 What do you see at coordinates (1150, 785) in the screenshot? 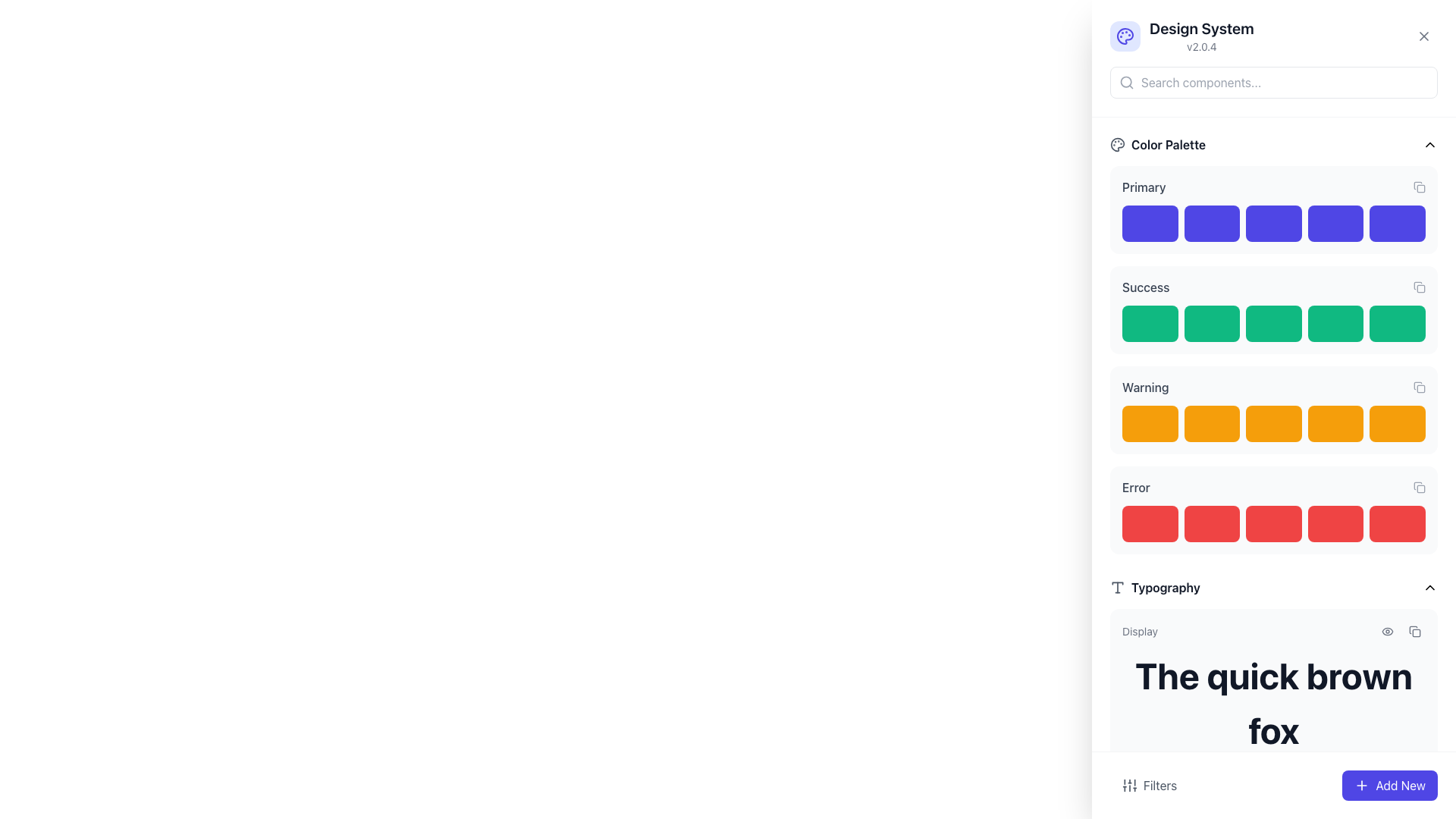
I see `the 'Filters' button with vertical sliders icon located at the bottom-left of the interface` at bounding box center [1150, 785].